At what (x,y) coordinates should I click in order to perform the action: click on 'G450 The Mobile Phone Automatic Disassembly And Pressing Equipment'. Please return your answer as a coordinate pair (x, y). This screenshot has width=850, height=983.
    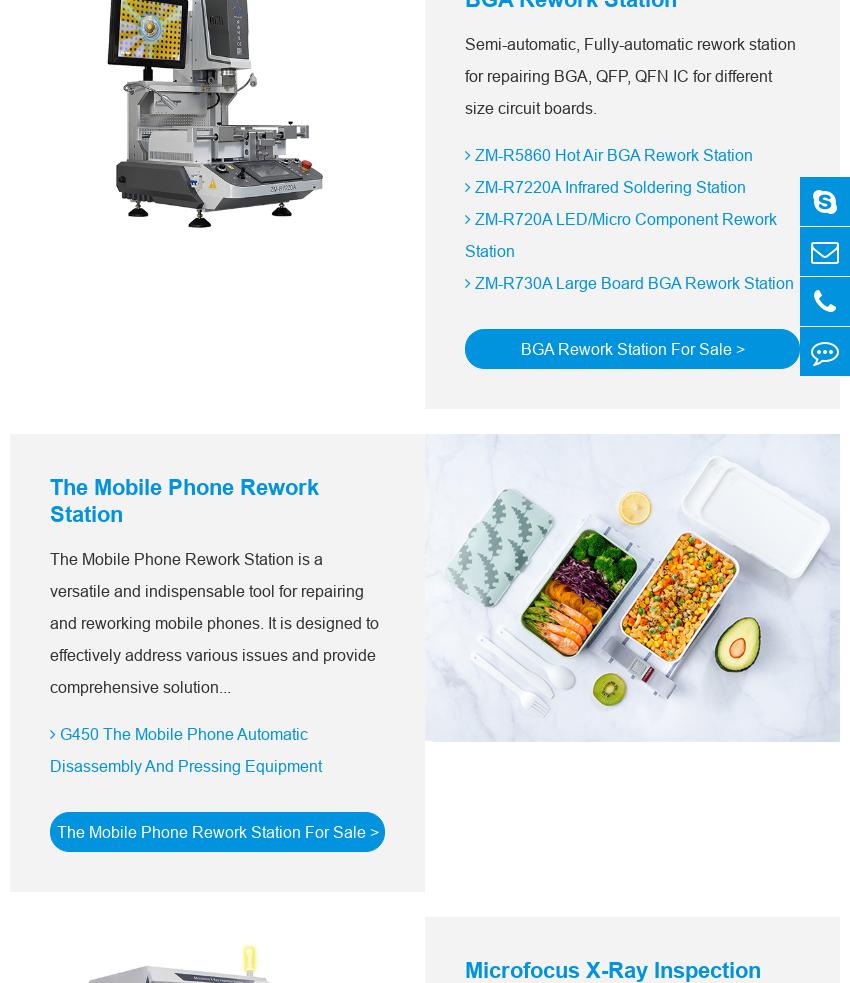
    Looking at the image, I should click on (184, 749).